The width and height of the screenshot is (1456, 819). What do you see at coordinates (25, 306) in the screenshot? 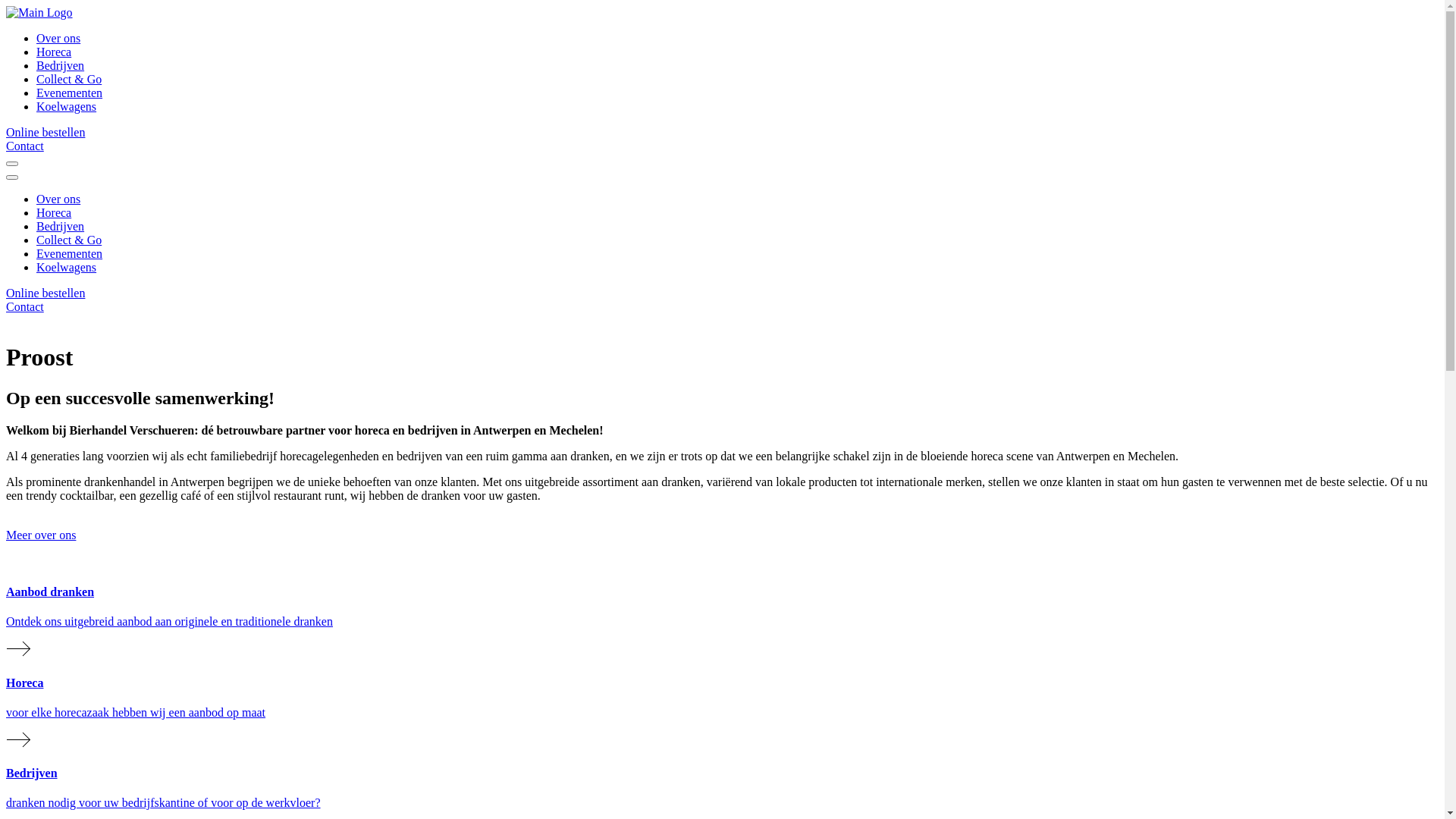
I see `'Contact'` at bounding box center [25, 306].